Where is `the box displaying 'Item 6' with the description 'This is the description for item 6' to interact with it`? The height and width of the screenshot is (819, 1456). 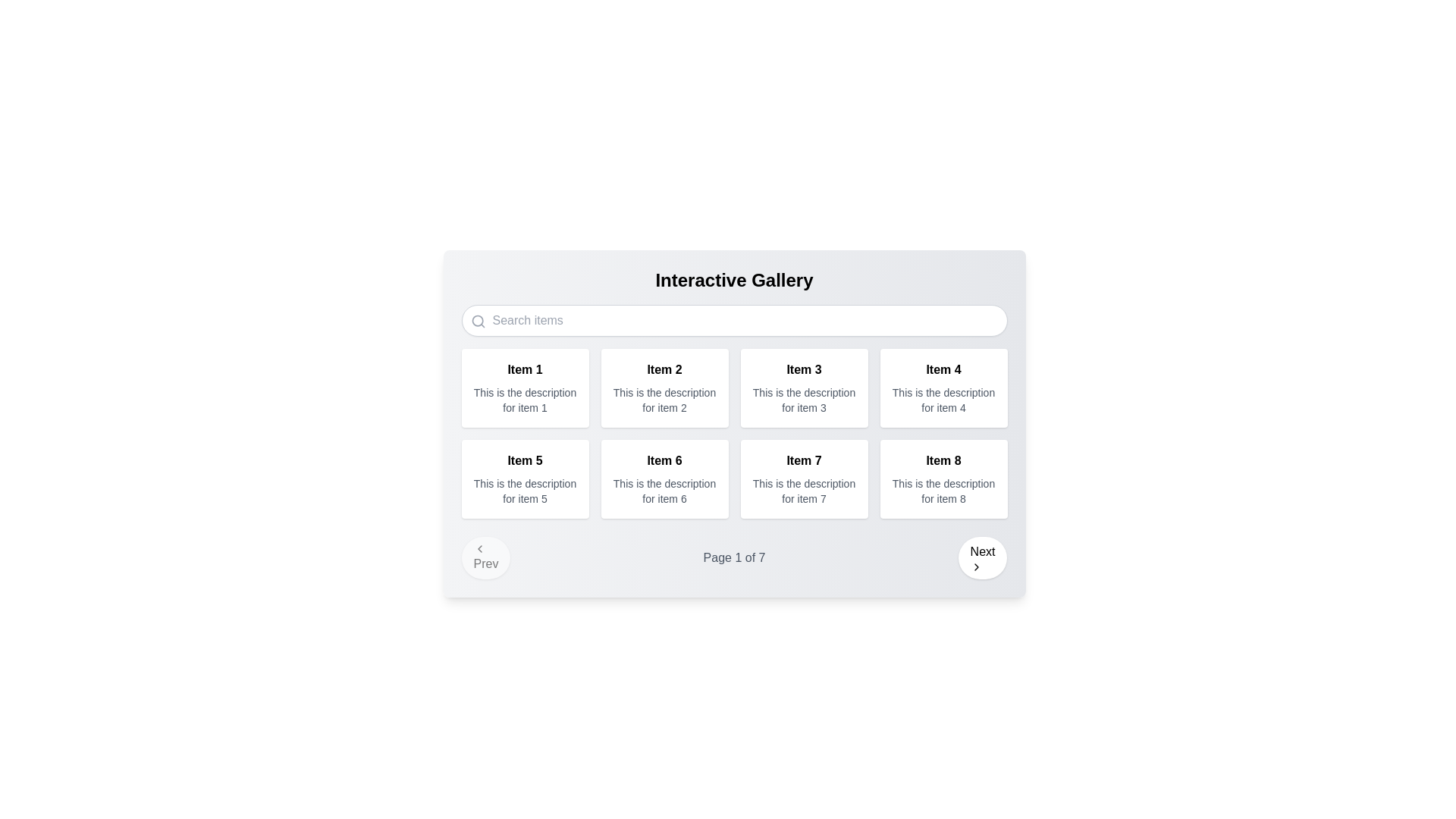 the box displaying 'Item 6' with the description 'This is the description for item 6' to interact with it is located at coordinates (664, 479).